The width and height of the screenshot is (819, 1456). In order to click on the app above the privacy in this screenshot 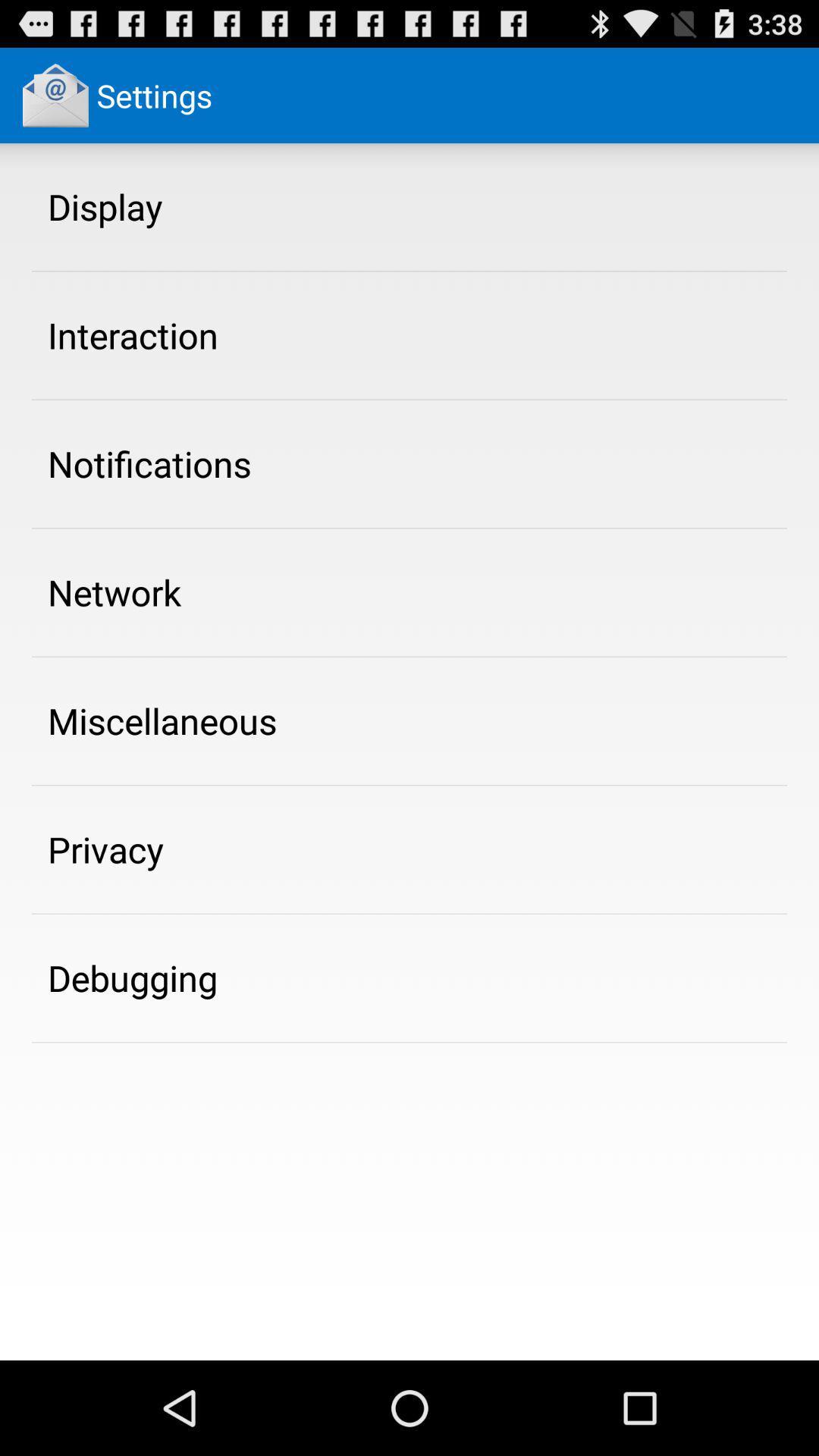, I will do `click(162, 720)`.